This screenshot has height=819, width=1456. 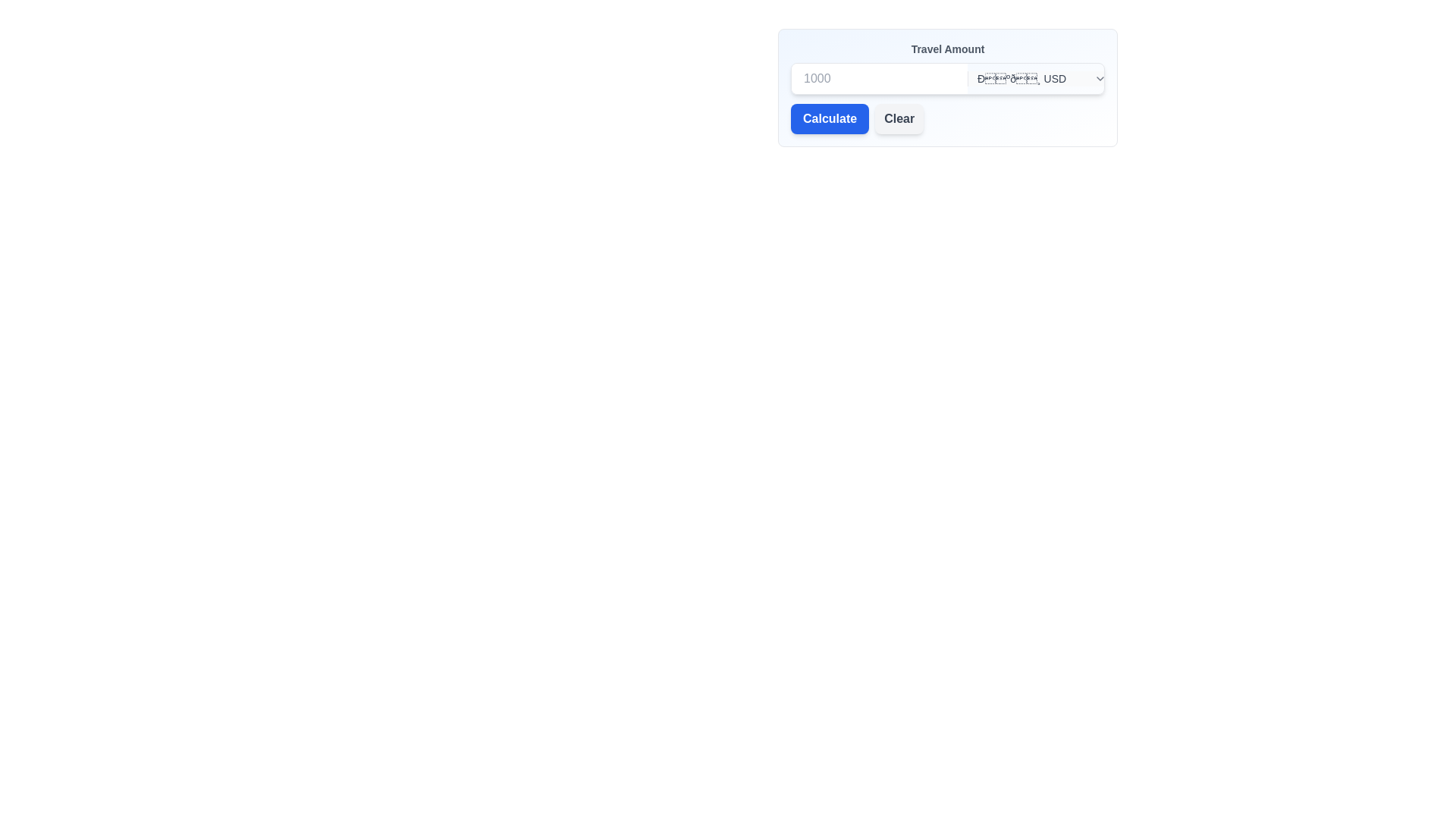 I want to click on the currency selection dropdown menu located, so click(x=946, y=87).